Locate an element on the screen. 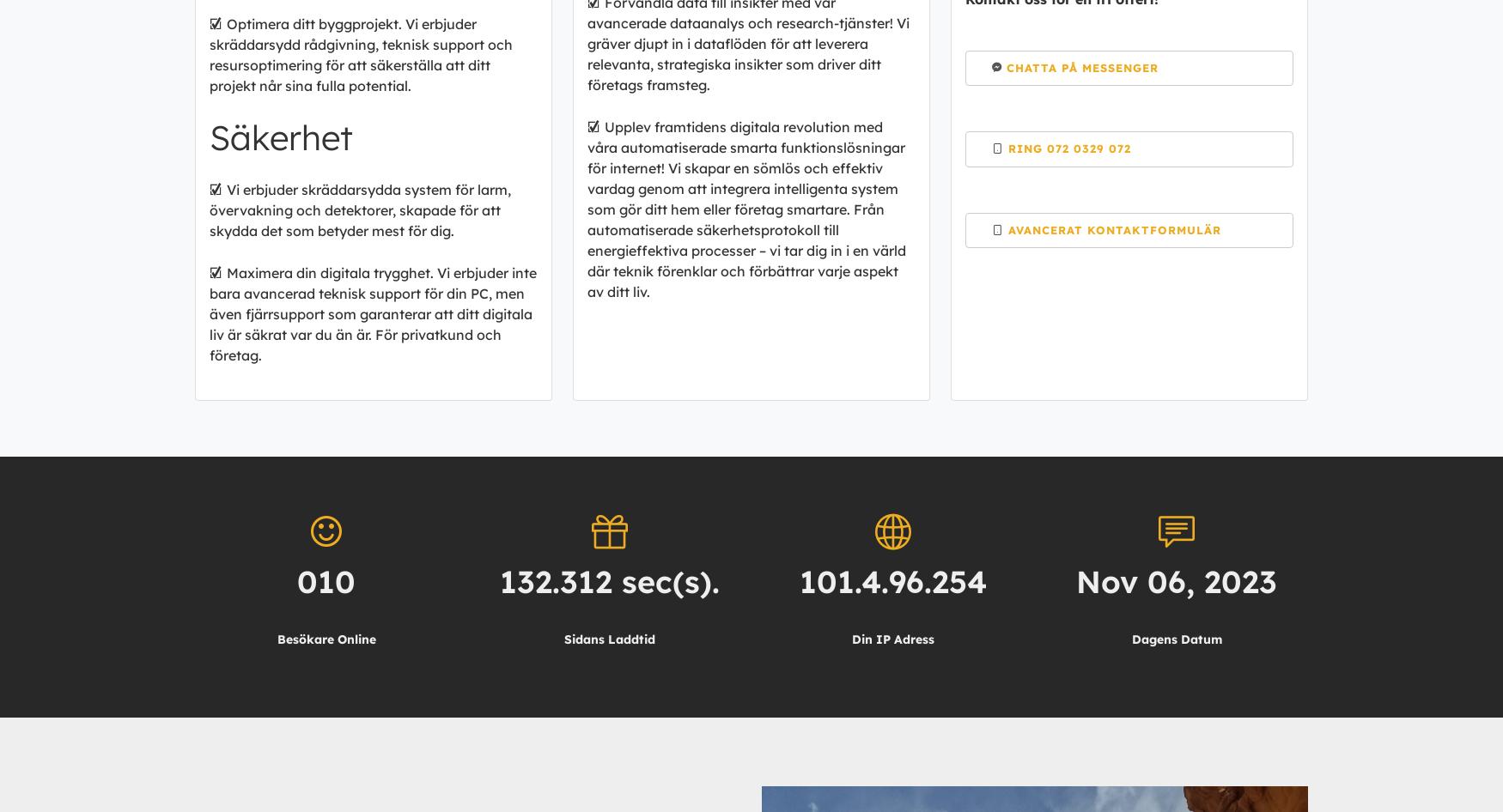 This screenshot has width=1503, height=812. 'Din IP Adress' is located at coordinates (892, 638).